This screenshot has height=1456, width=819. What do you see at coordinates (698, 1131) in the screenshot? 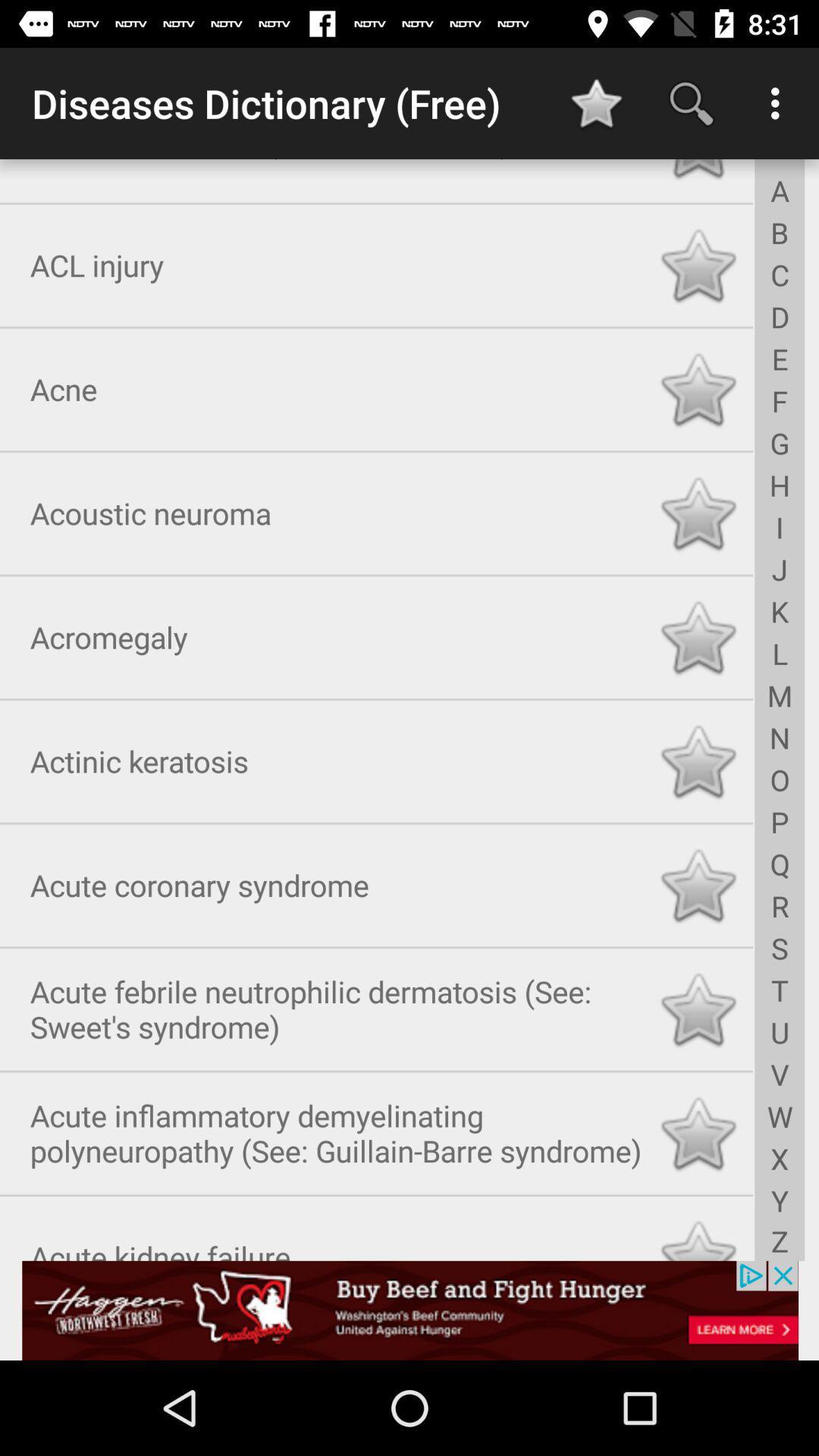
I see `like` at bounding box center [698, 1131].